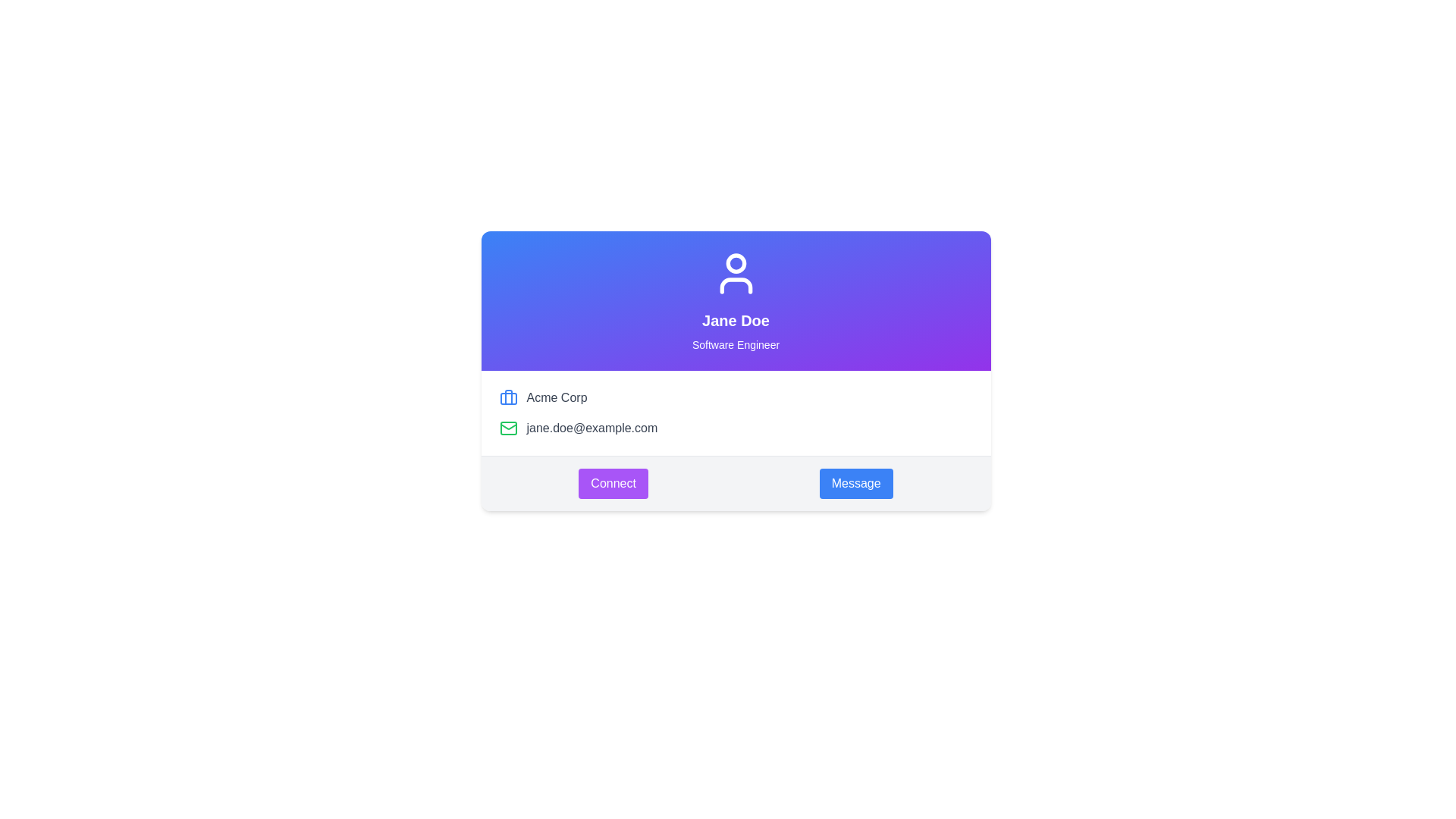 This screenshot has width=1456, height=819. What do you see at coordinates (736, 286) in the screenshot?
I see `the user icon element located underneath the head portion of the icon in the profile display section` at bounding box center [736, 286].